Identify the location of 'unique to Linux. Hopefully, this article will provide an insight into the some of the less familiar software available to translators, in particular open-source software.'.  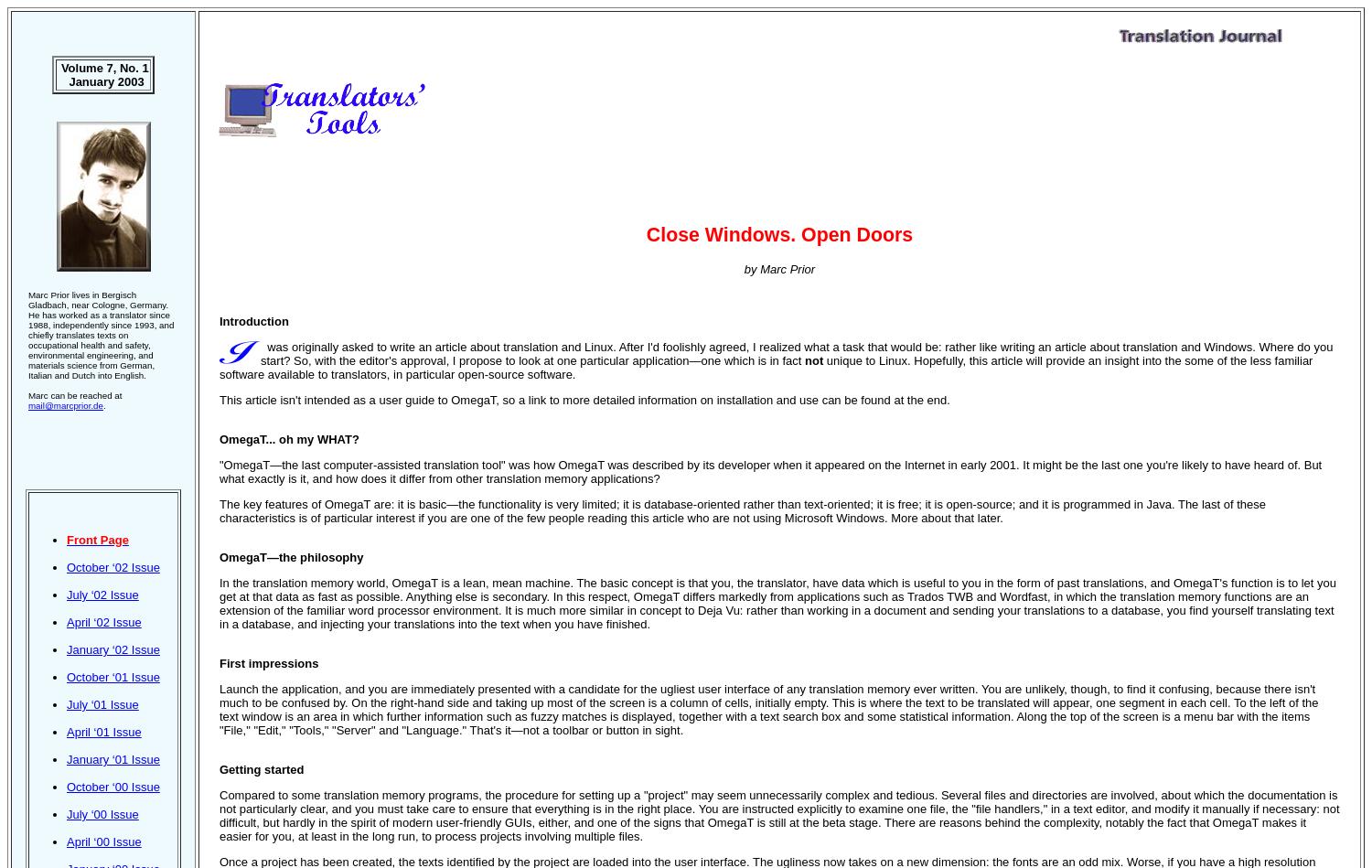
(765, 367).